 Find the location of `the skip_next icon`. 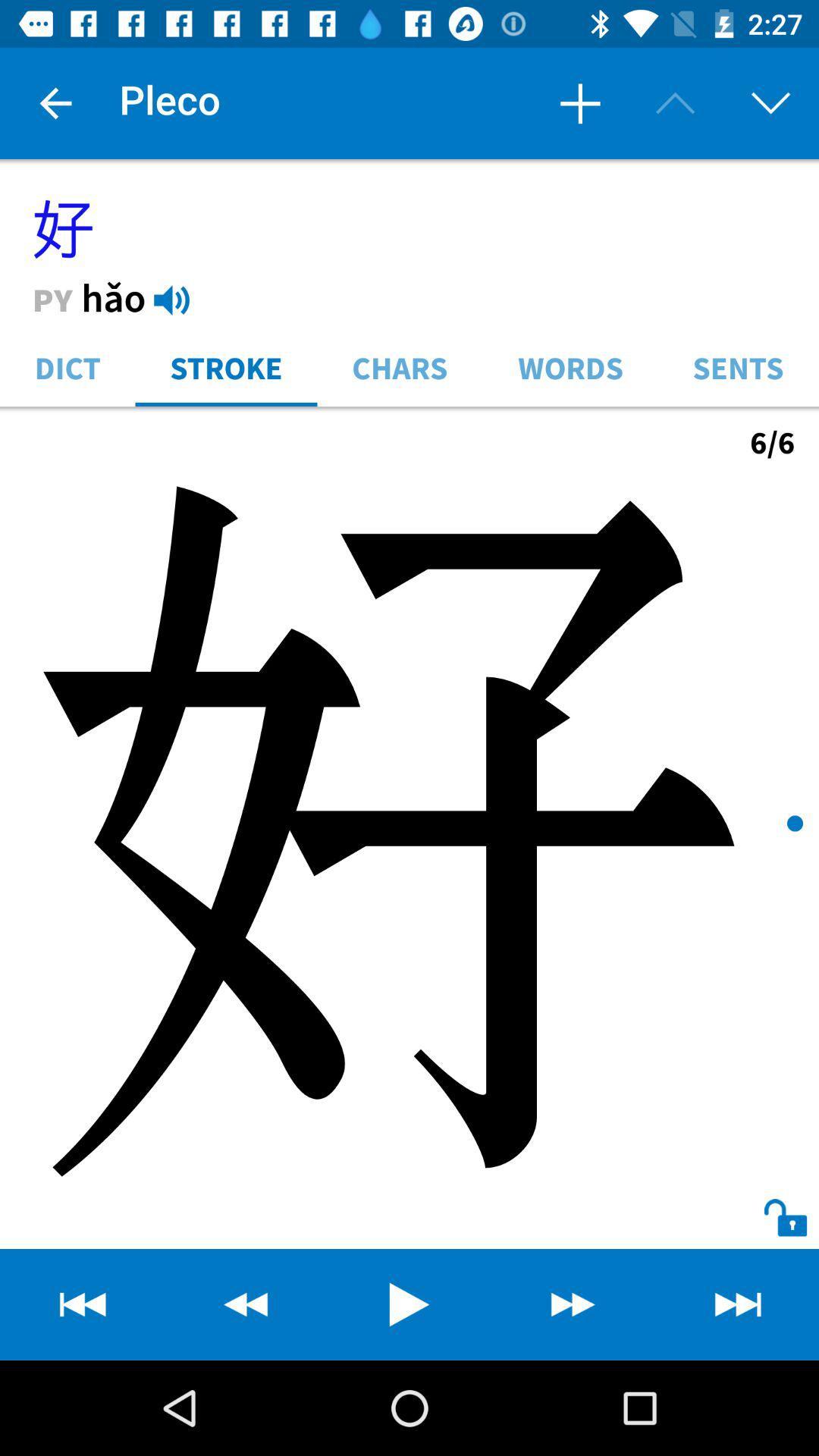

the skip_next icon is located at coordinates (736, 1304).